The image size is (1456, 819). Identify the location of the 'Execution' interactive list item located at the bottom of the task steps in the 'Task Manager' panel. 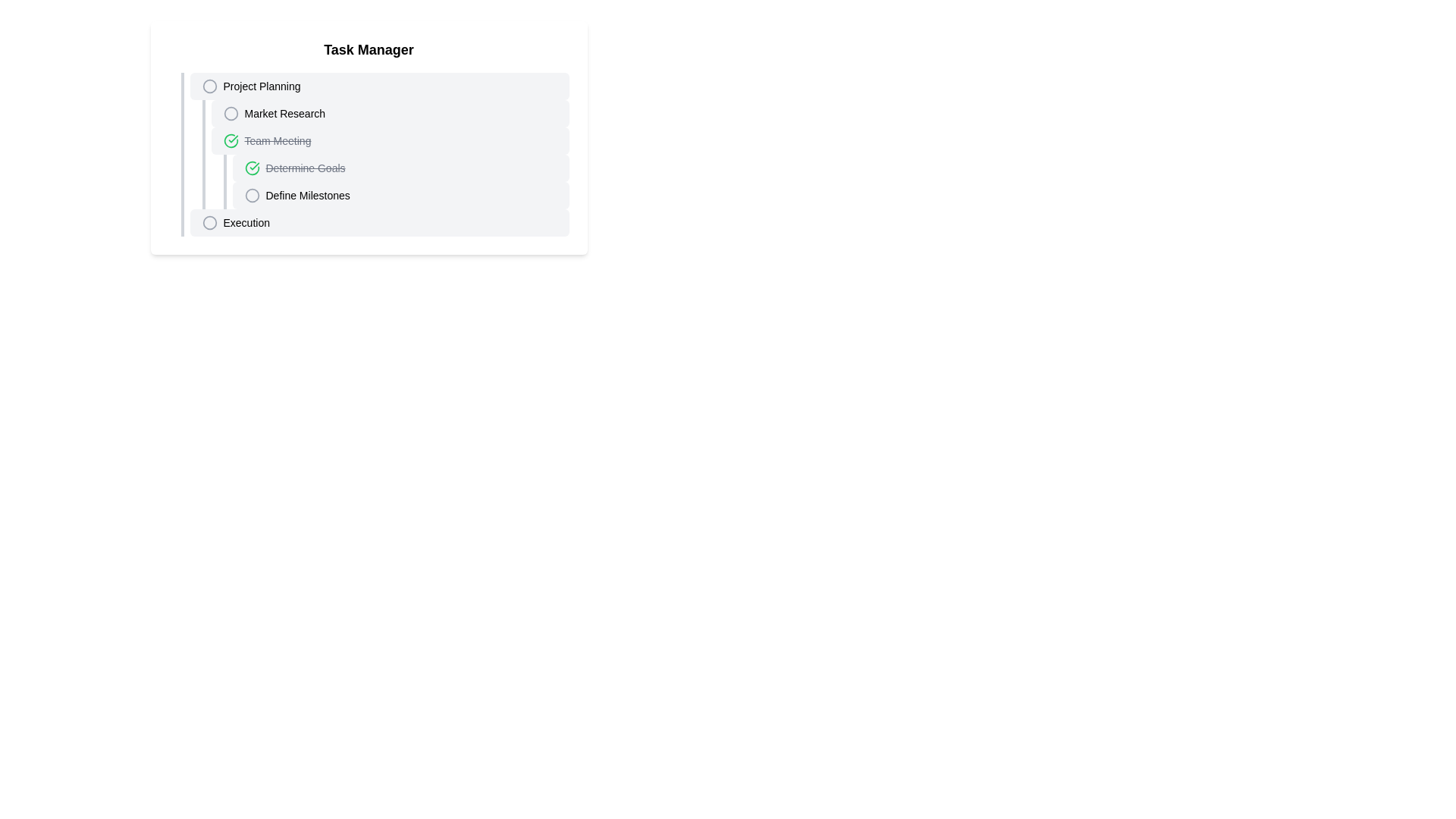
(375, 222).